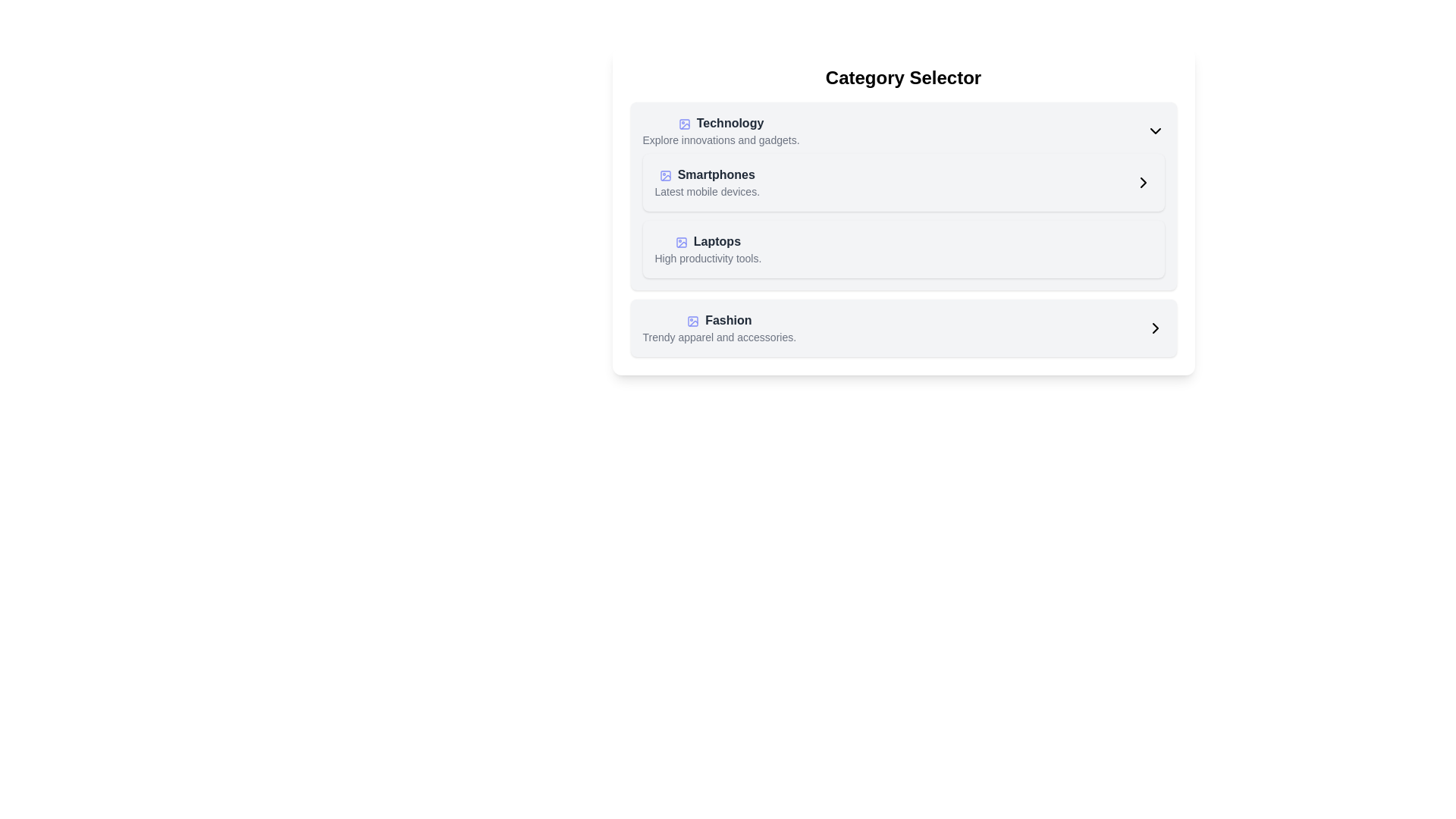 The height and width of the screenshot is (819, 1456). What do you see at coordinates (1154, 130) in the screenshot?
I see `the Dropdown indicator icon located at the rightmost side of the 'Technology' component` at bounding box center [1154, 130].